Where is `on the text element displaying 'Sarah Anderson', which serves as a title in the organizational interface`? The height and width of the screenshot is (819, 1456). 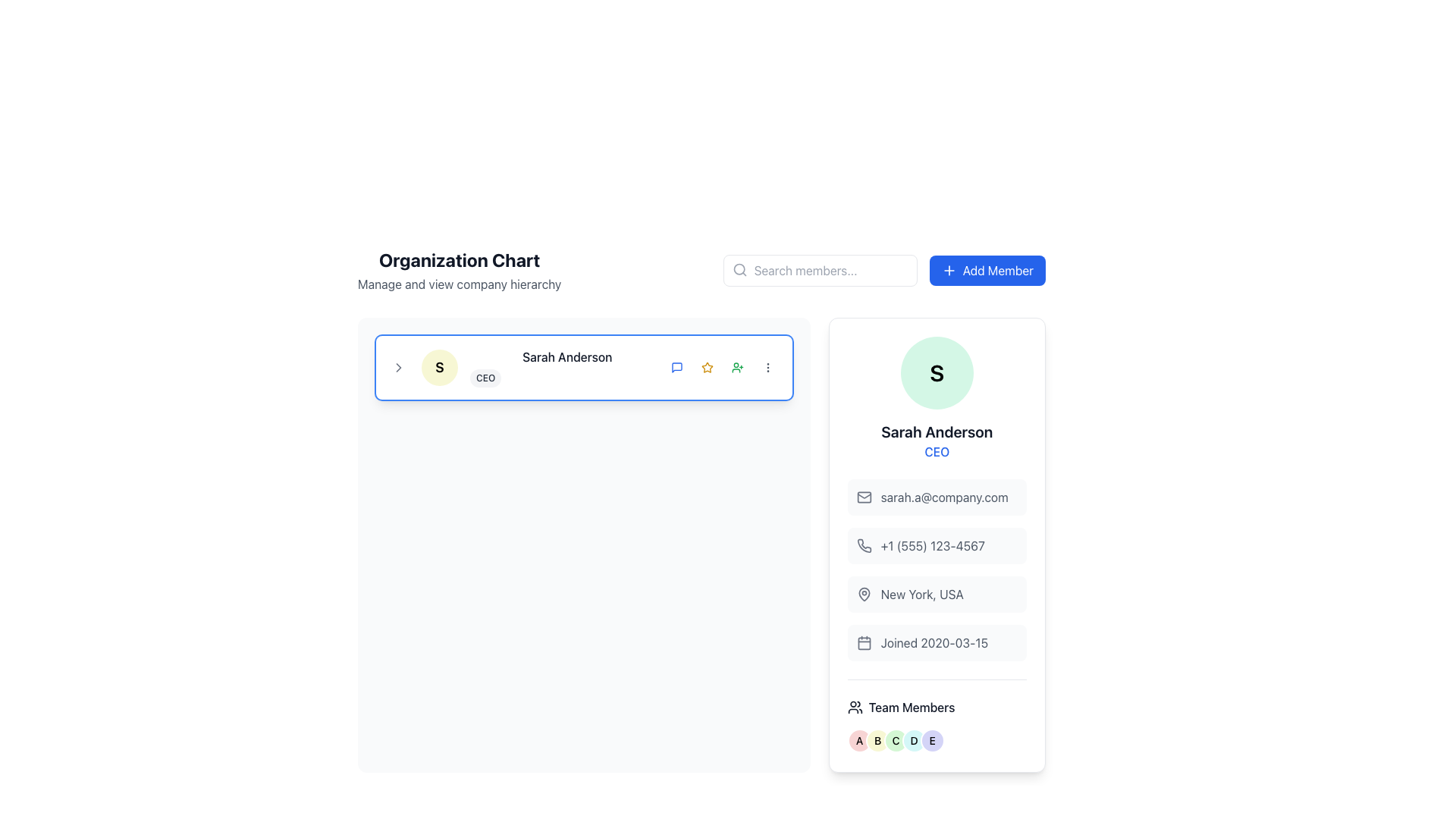
on the text element displaying 'Sarah Anderson', which serves as a title in the organizational interface is located at coordinates (566, 356).